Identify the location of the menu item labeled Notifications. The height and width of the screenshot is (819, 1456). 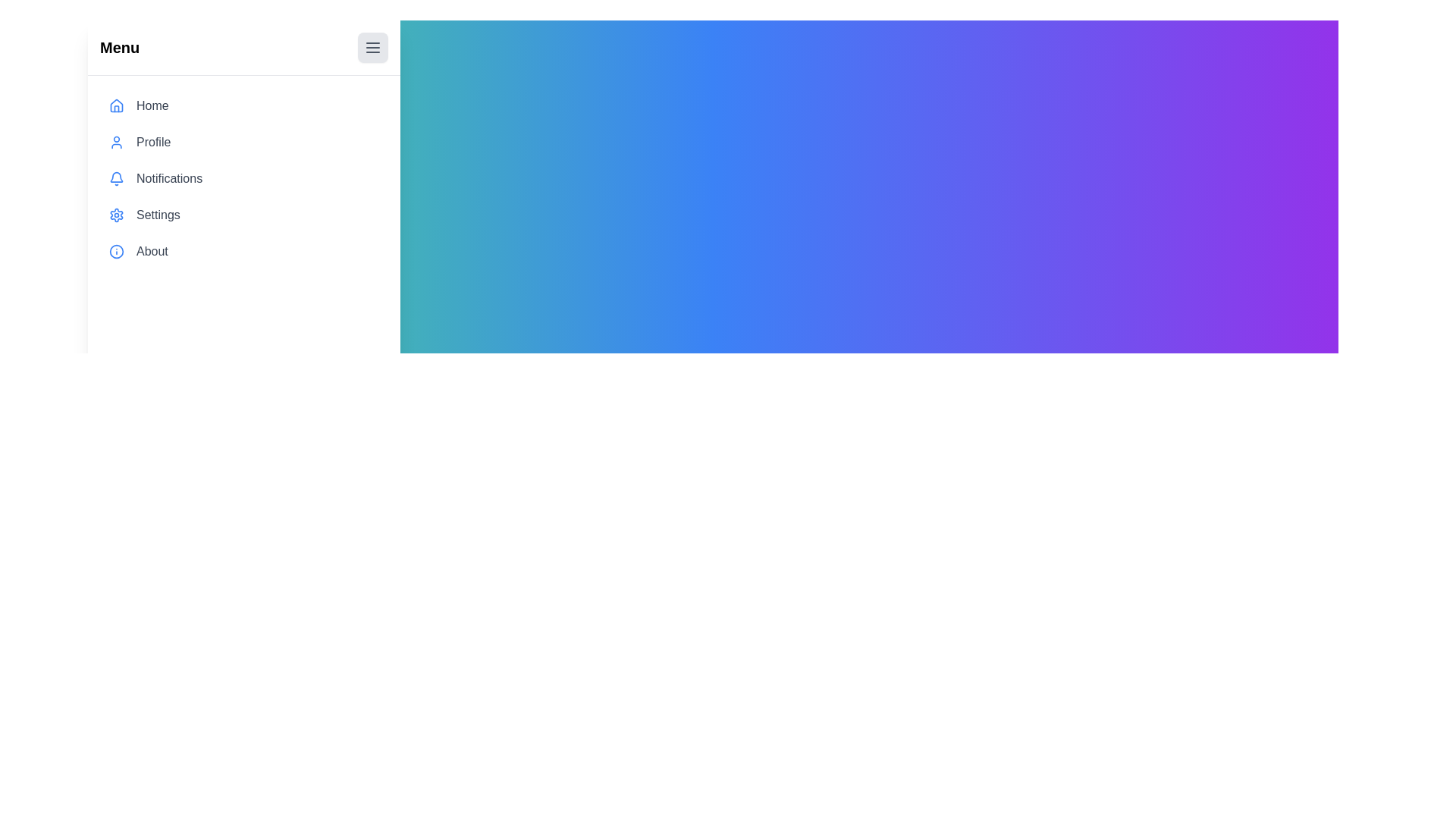
(244, 177).